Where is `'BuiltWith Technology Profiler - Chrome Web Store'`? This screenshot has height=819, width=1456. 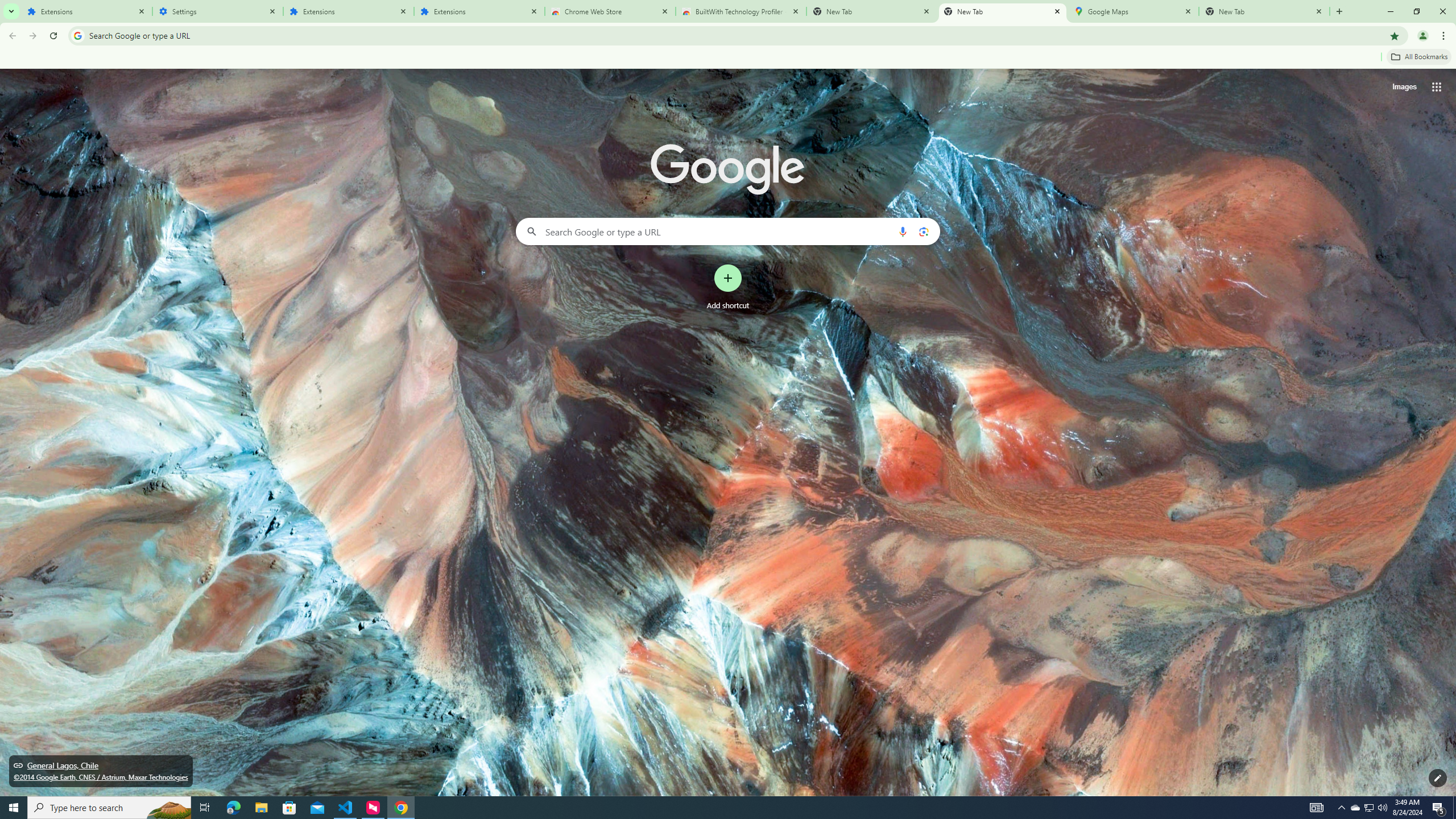
'BuiltWith Technology Profiler - Chrome Web Store' is located at coordinates (741, 11).